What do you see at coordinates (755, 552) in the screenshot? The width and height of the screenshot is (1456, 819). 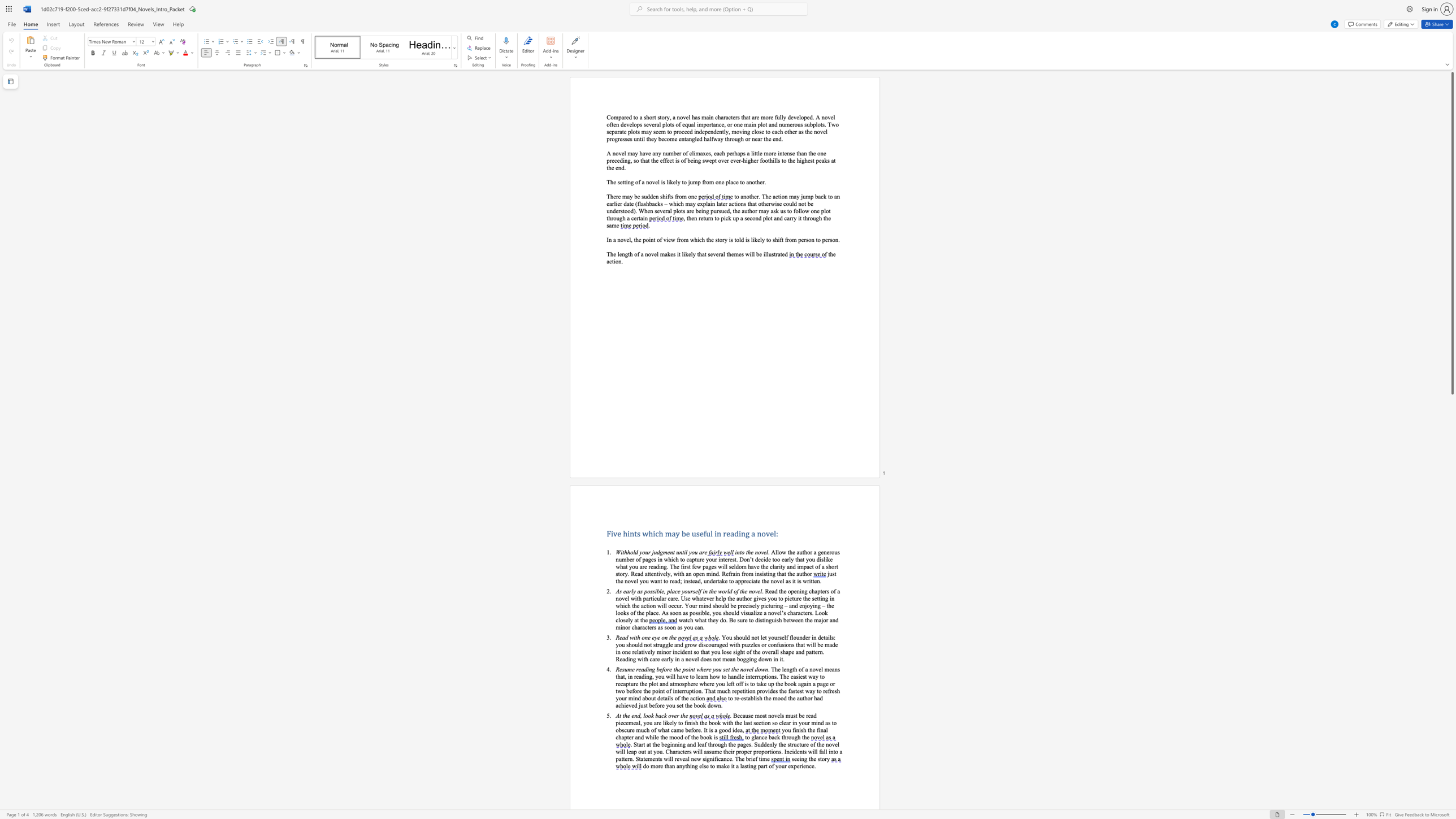 I see `the subset text "nove" within the text "into the novel"` at bounding box center [755, 552].